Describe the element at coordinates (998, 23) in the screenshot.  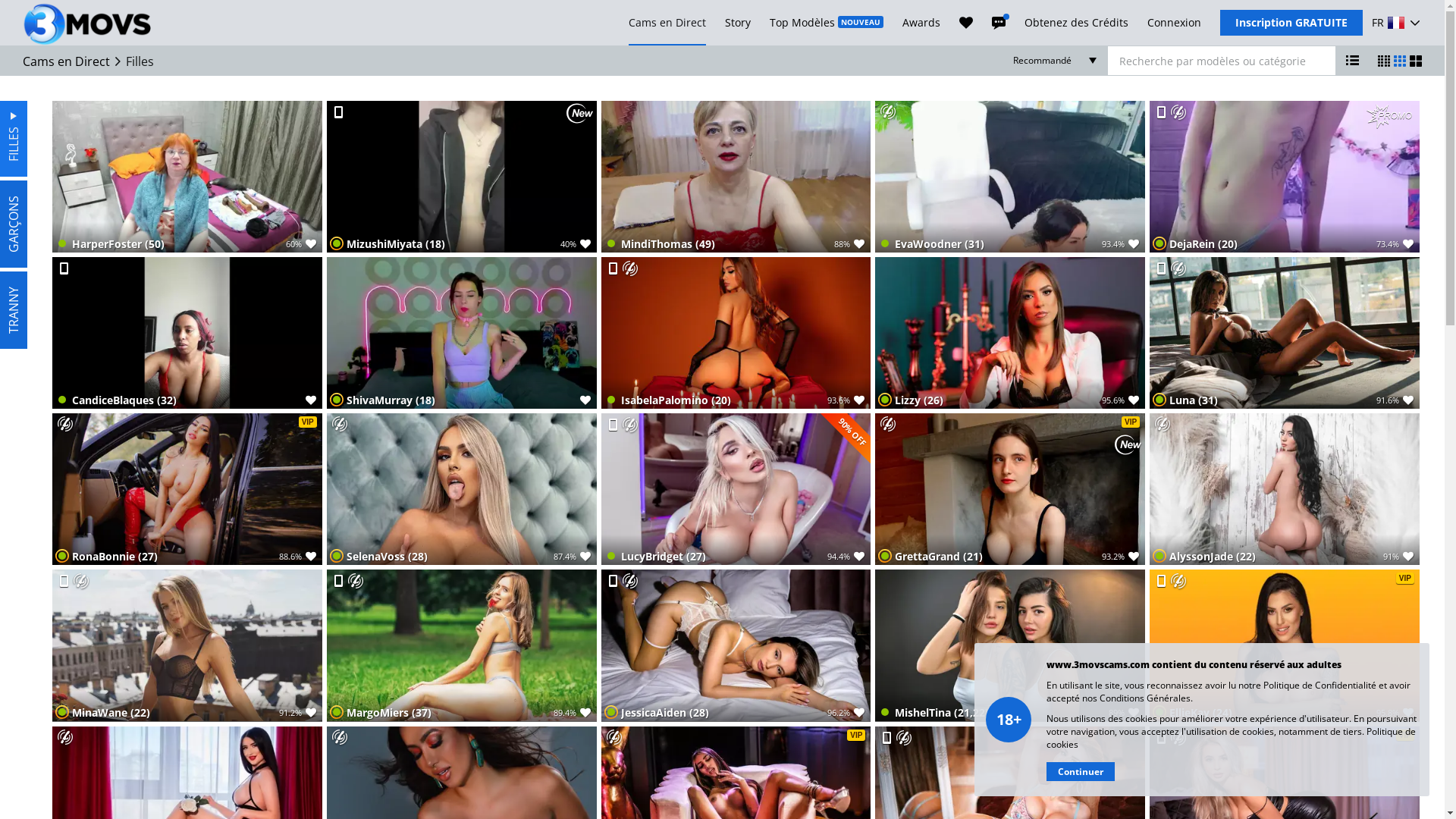
I see `'Messages'` at that location.